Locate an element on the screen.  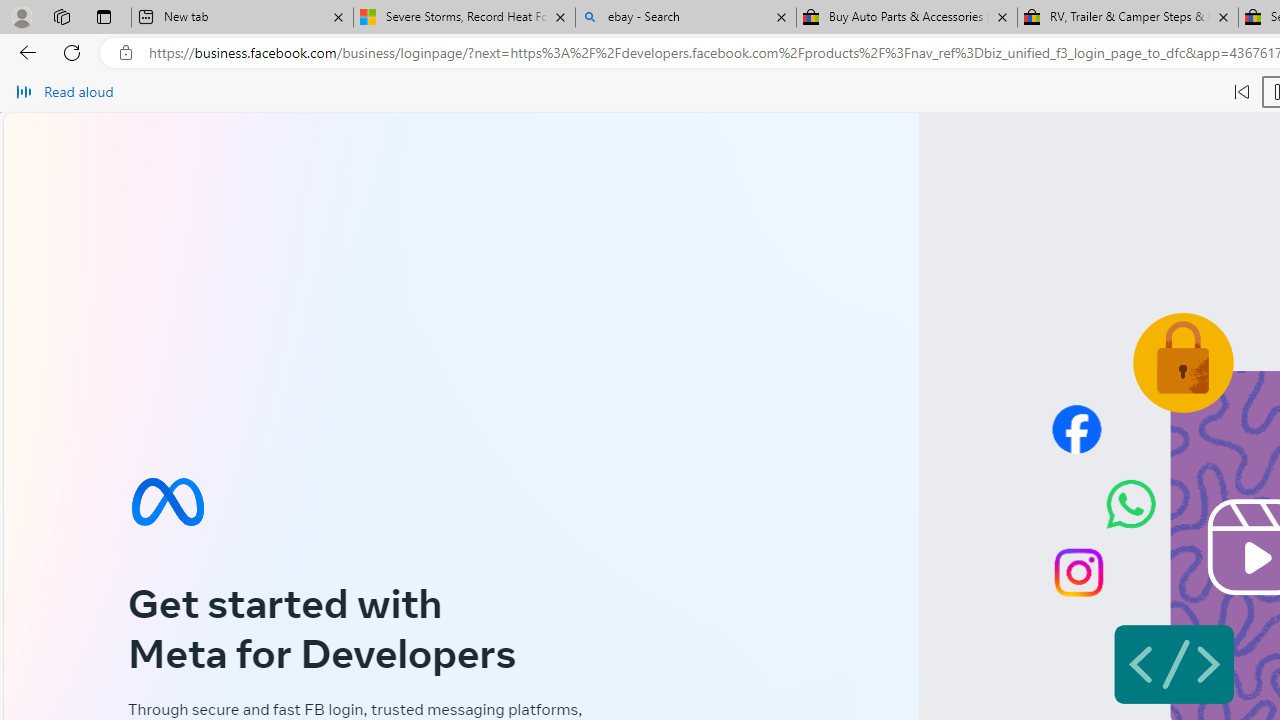
'Meta symbol' is located at coordinates (167, 501).